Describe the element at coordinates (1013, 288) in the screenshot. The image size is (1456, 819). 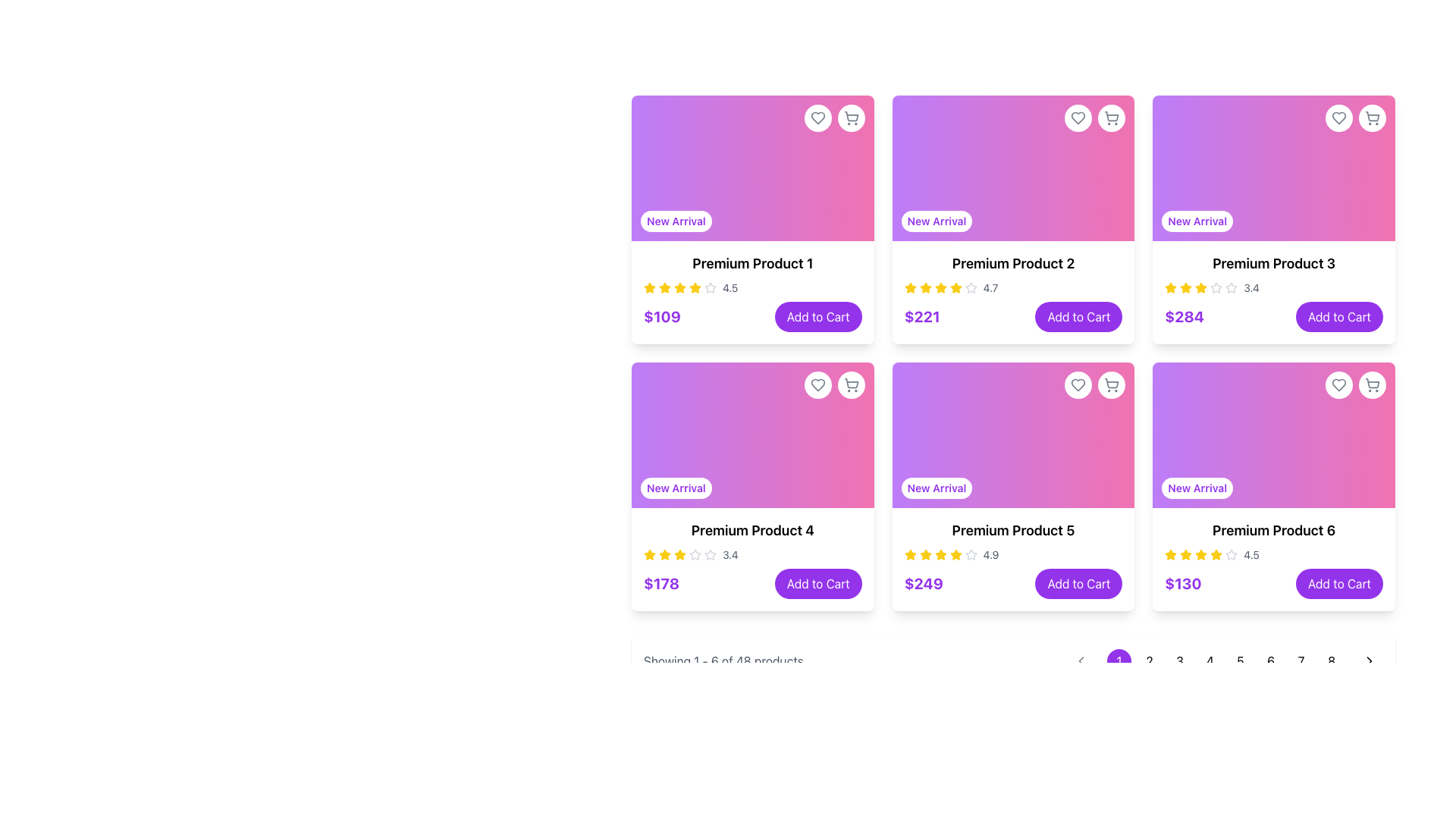
I see `the Rating display for 'Premium Product 2', which shows the product's average rating score and is located beneath the title and above the price` at that location.